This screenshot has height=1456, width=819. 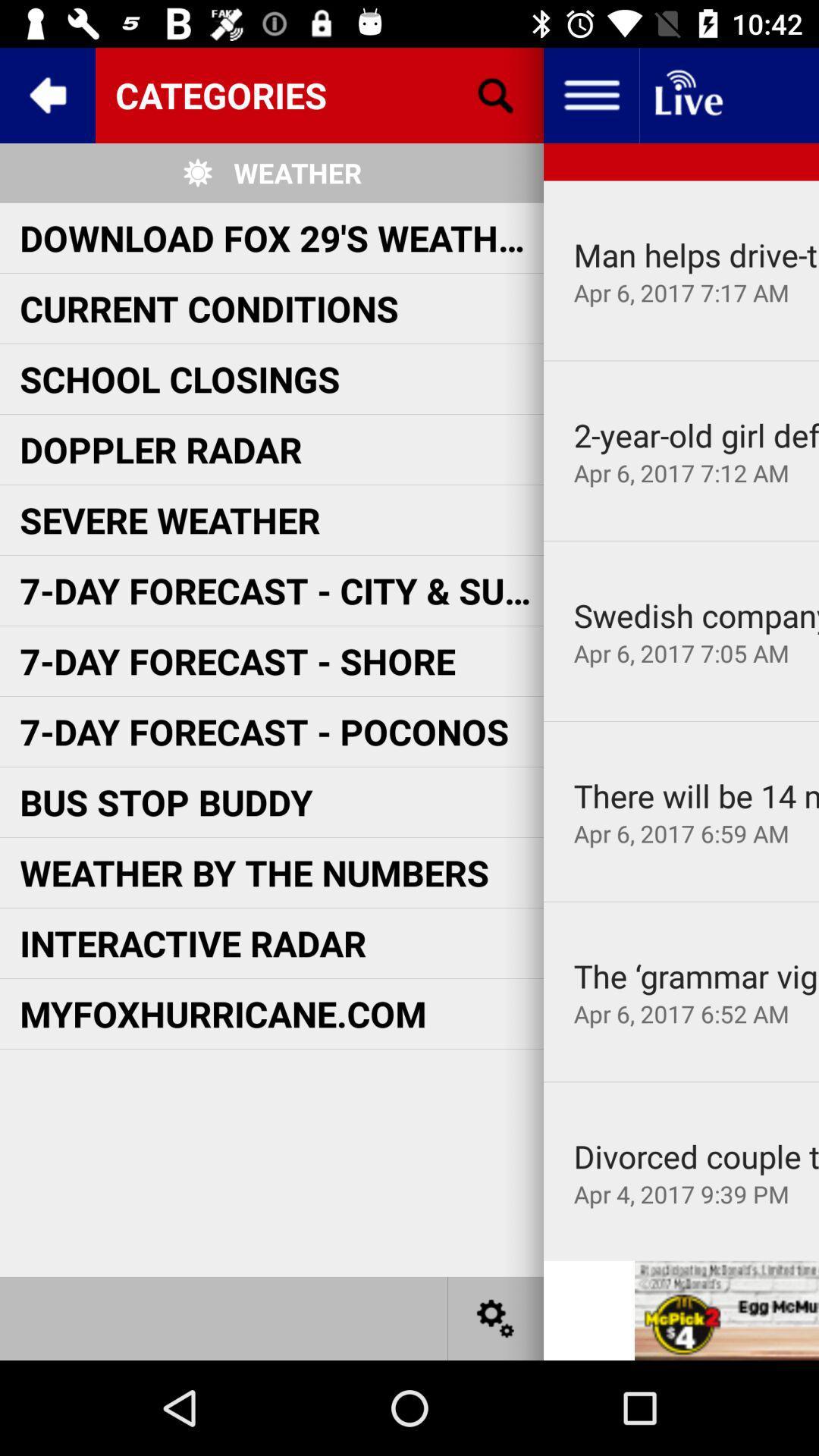 What do you see at coordinates (281, 237) in the screenshot?
I see `icon below weather icon` at bounding box center [281, 237].